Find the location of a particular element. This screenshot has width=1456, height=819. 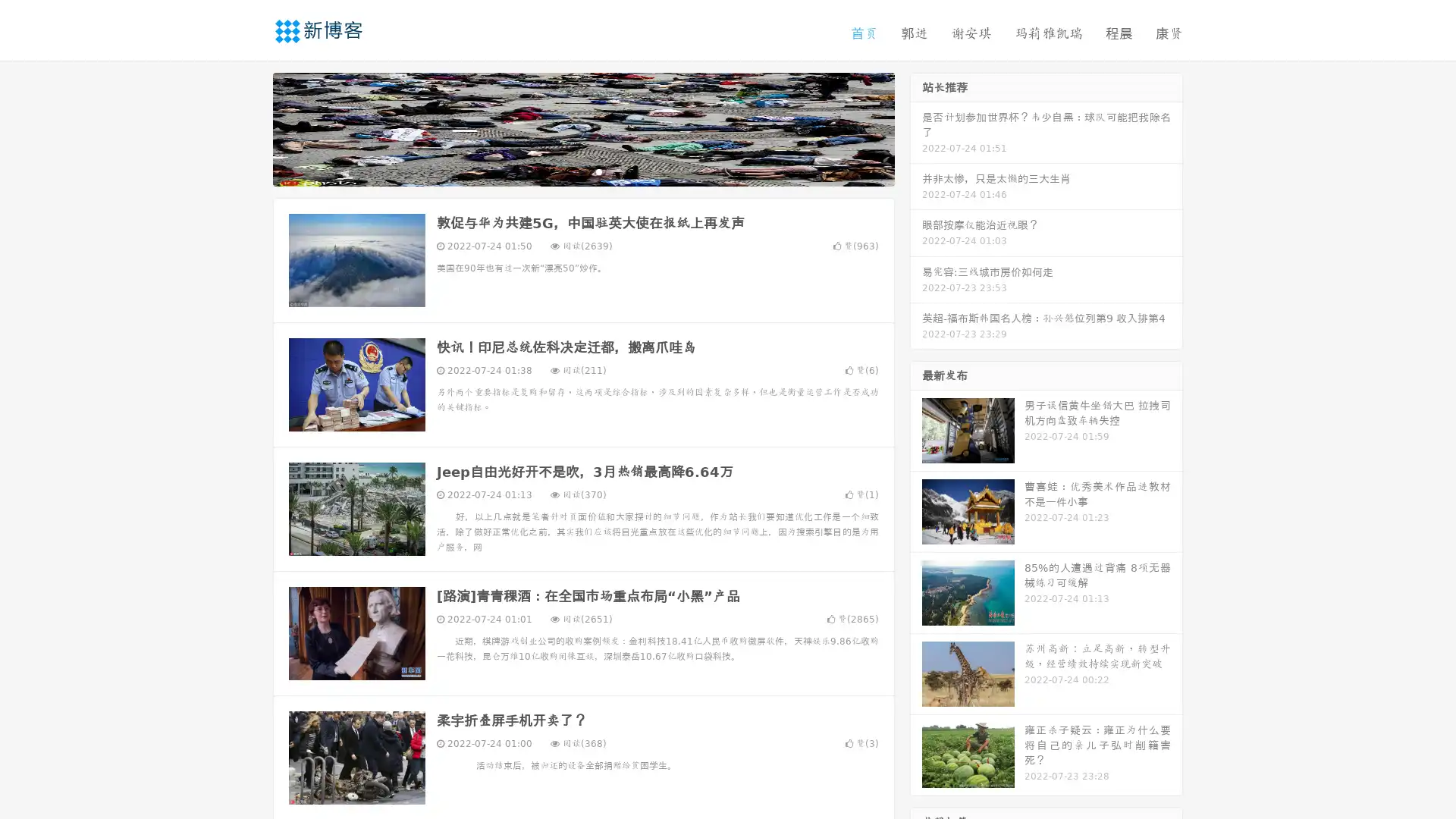

Go to slide 3 is located at coordinates (598, 171).